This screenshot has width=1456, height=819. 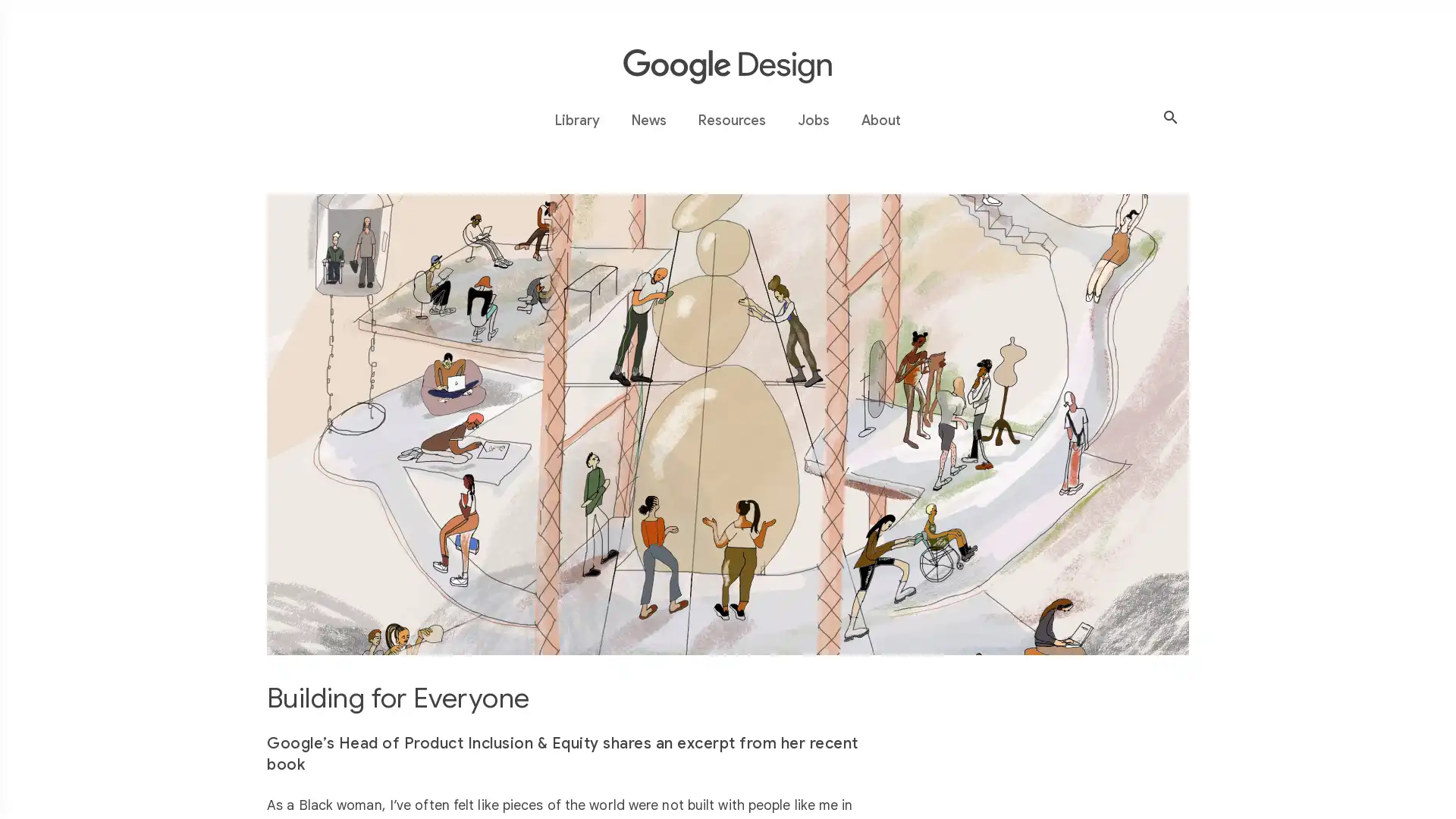 I want to click on search, so click(x=1170, y=117).